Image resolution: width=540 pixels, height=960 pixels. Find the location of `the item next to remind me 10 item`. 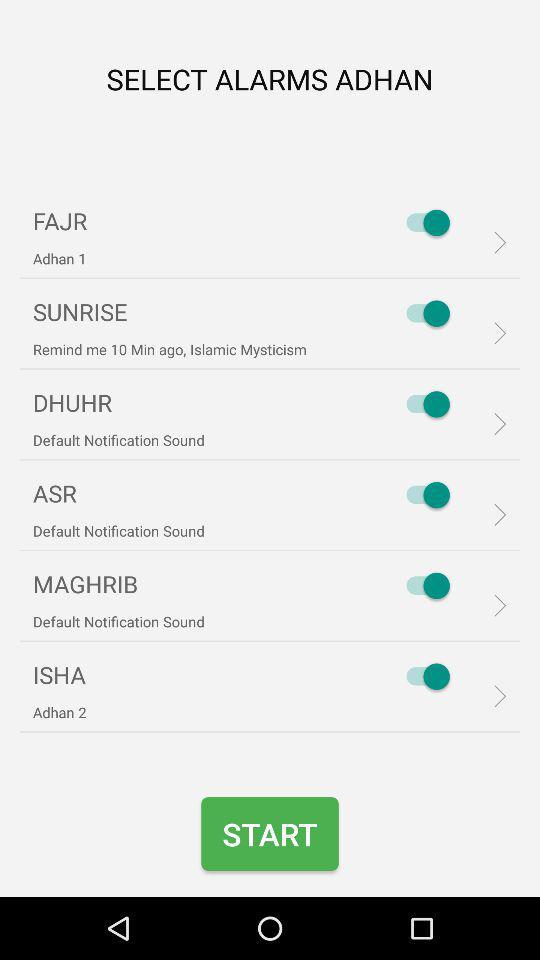

the item next to remind me 10 item is located at coordinates (422, 313).